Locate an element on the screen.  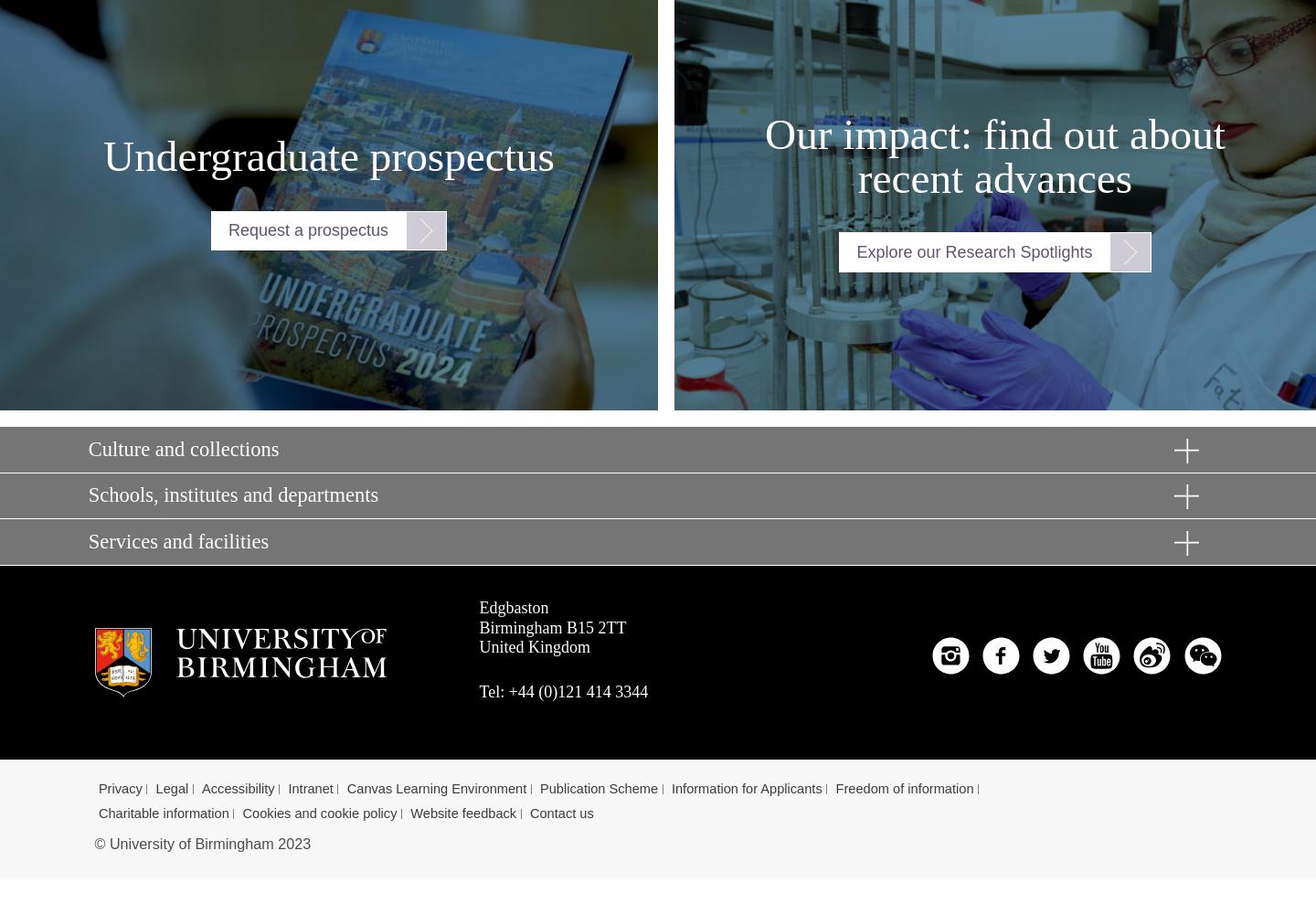
'Schools, institutes and departments' is located at coordinates (232, 495).